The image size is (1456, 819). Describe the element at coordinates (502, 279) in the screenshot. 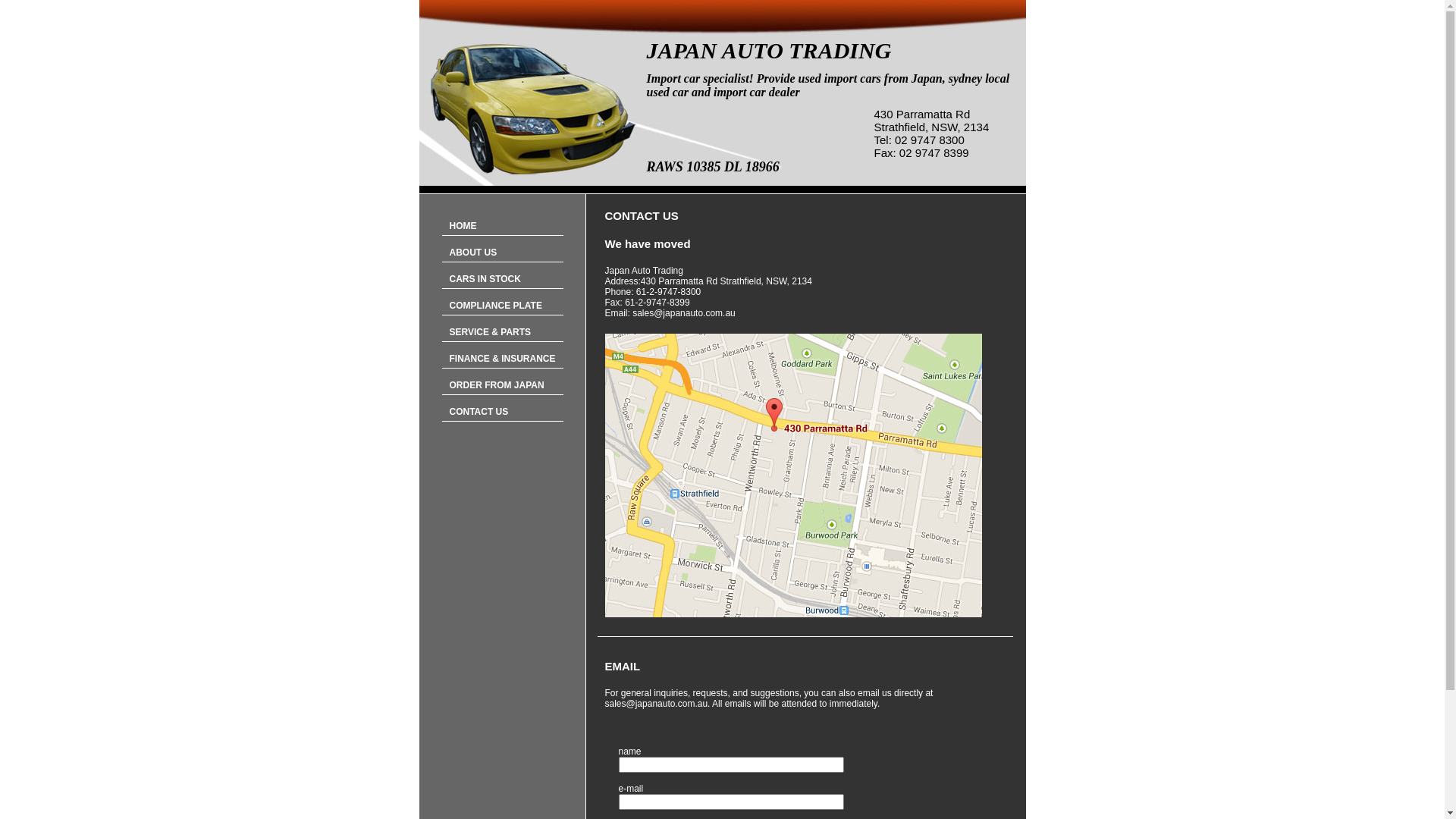

I see `'CARS IN STOCK'` at that location.